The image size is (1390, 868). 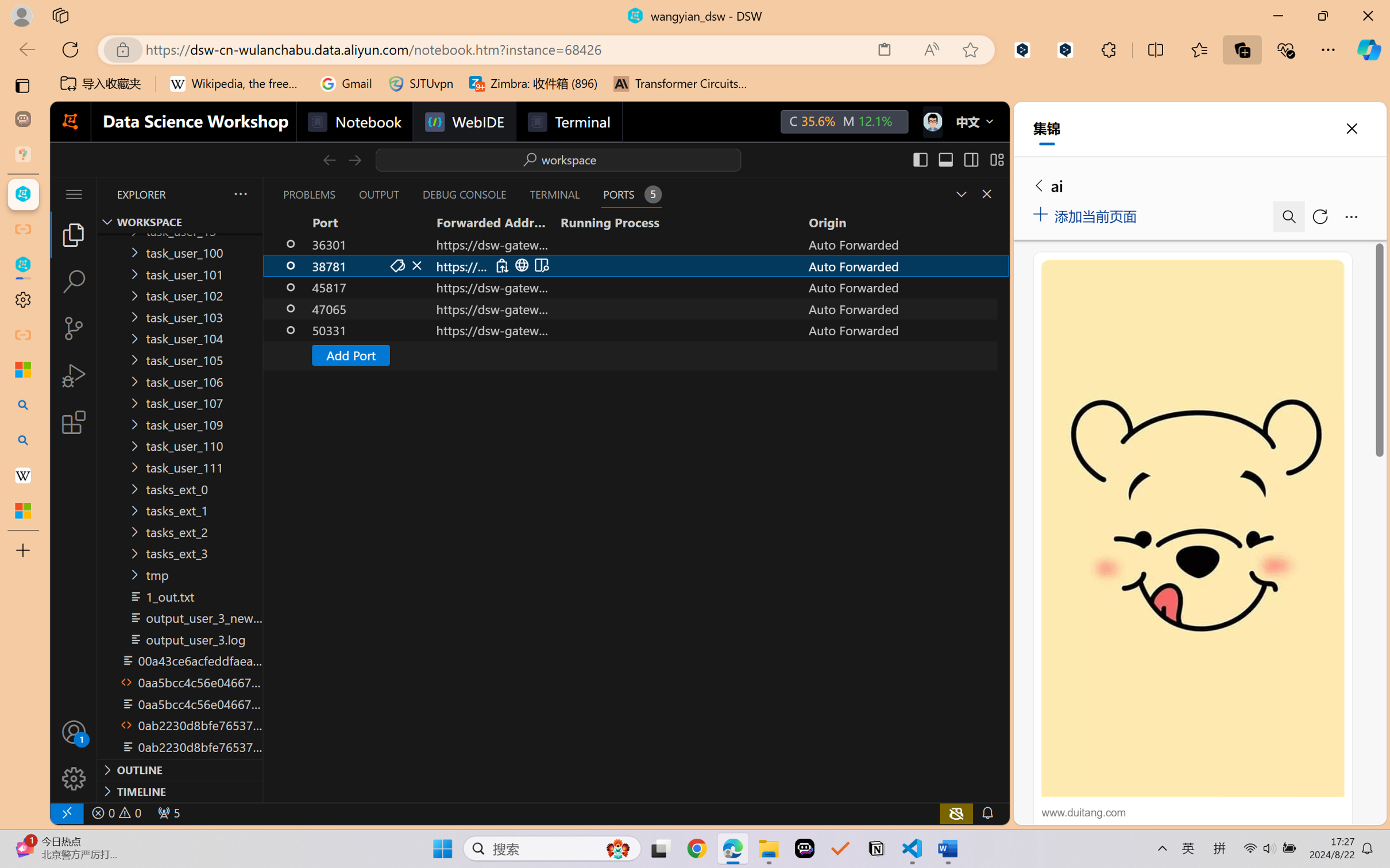 I want to click on 'Search (Ctrl+Shift+F)', so click(x=73, y=281).